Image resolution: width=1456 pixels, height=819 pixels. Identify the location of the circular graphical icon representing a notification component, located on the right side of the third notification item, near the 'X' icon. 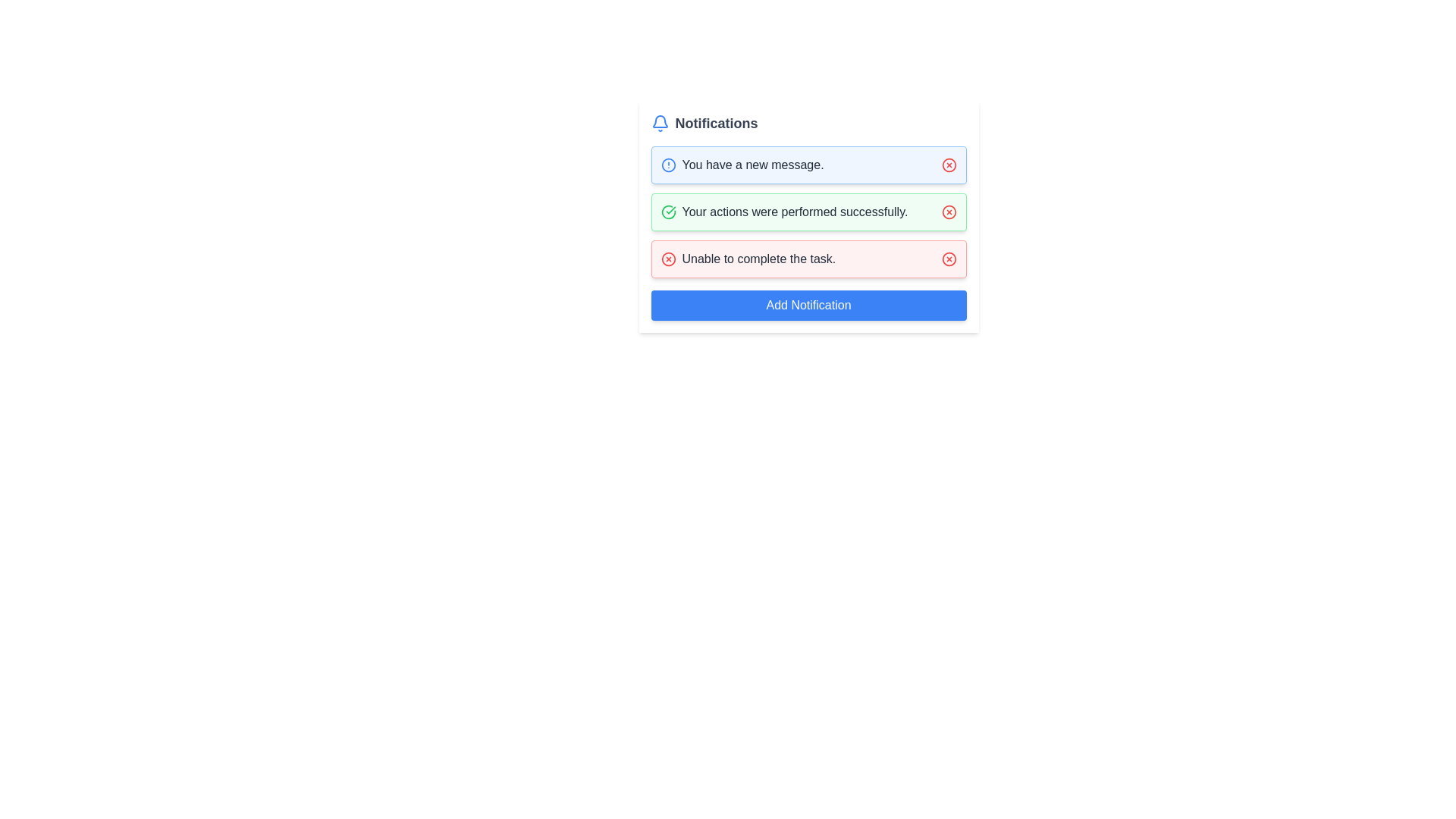
(948, 259).